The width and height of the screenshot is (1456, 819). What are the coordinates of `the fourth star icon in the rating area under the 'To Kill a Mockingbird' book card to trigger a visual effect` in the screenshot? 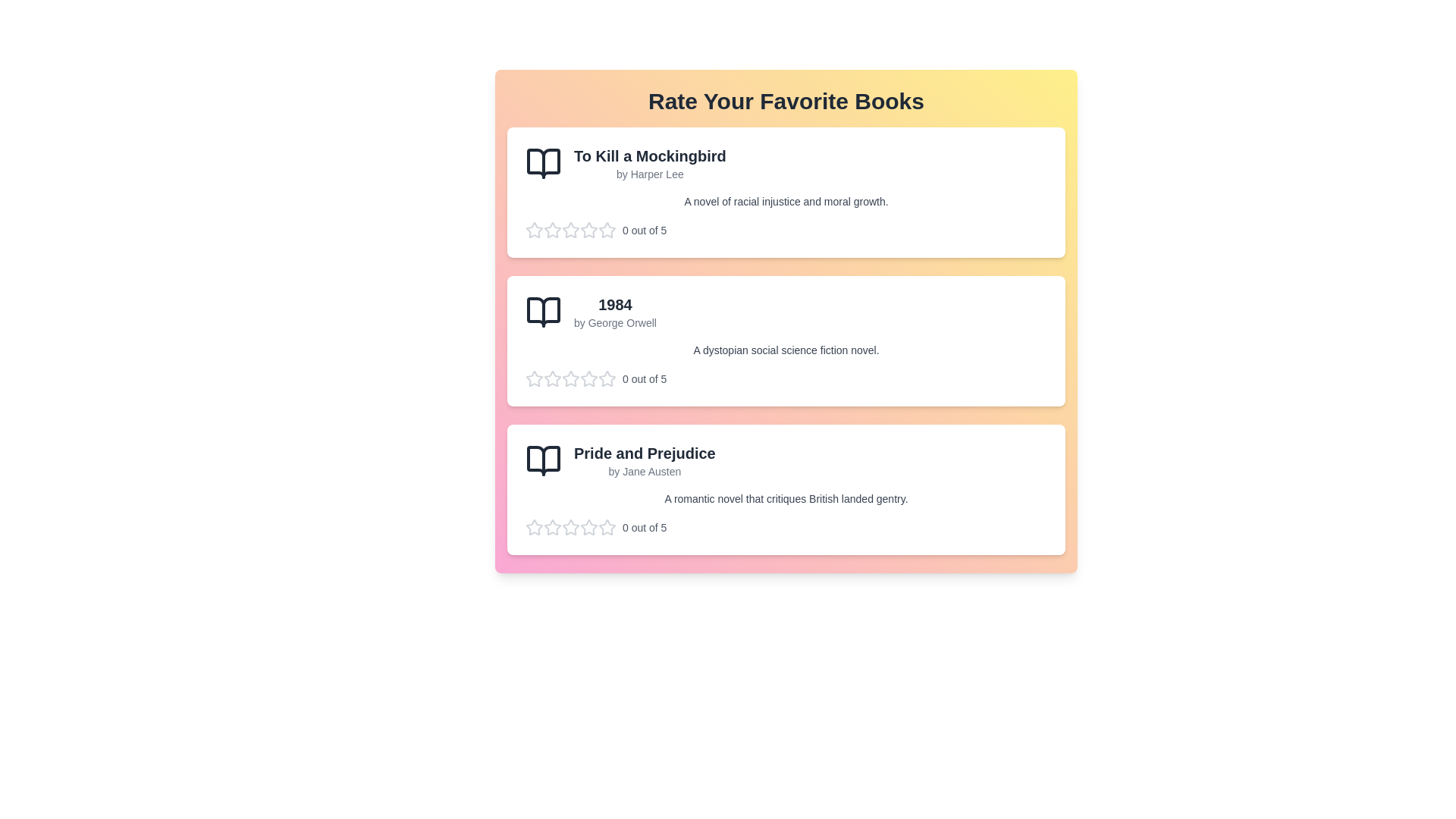 It's located at (570, 231).